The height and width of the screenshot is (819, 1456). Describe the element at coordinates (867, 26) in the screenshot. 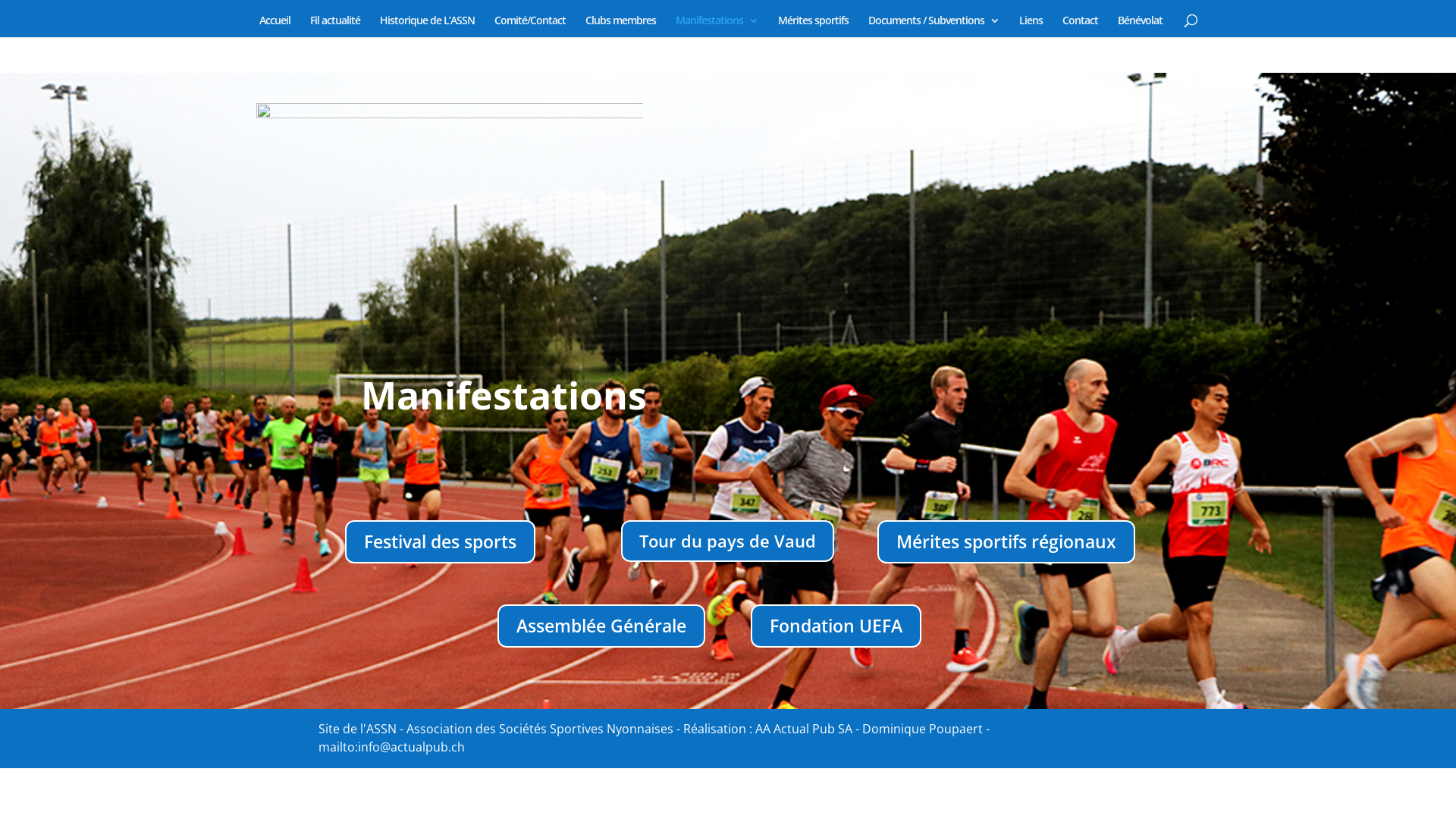

I see `'Documents / Subventions'` at that location.